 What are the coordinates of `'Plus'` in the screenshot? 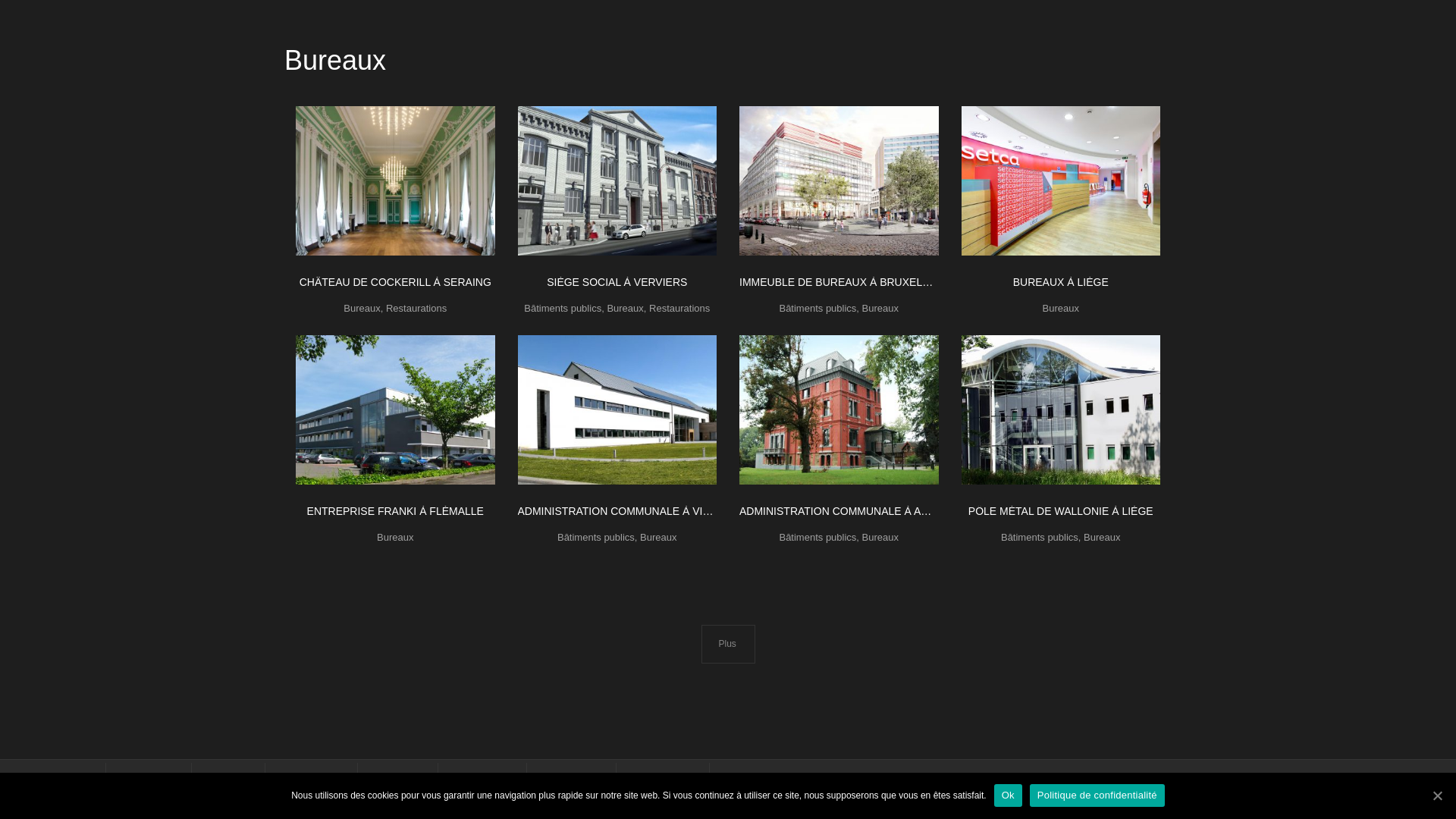 It's located at (726, 644).